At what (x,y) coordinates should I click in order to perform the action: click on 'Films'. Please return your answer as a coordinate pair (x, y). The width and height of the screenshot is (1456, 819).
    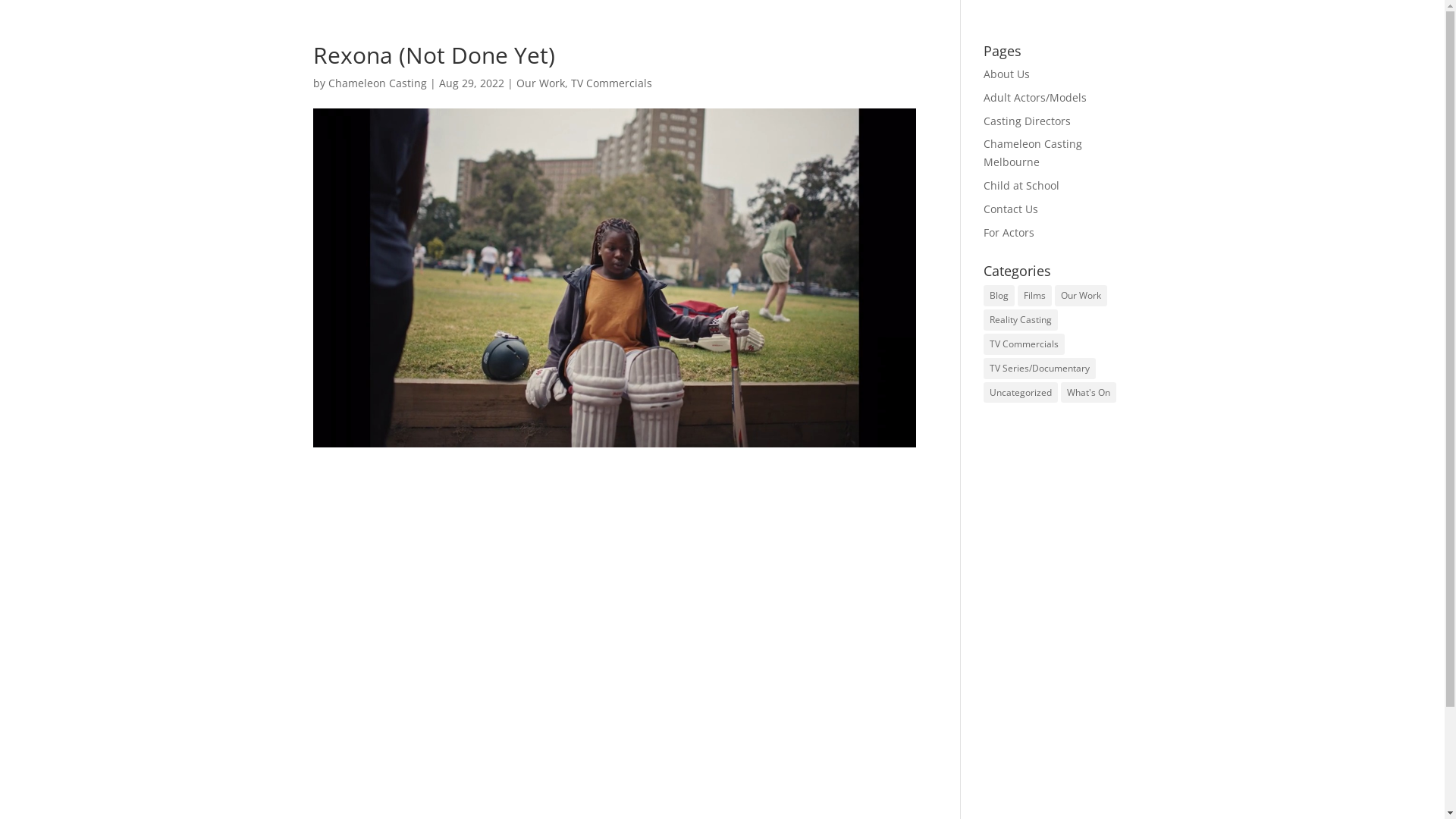
    Looking at the image, I should click on (1018, 295).